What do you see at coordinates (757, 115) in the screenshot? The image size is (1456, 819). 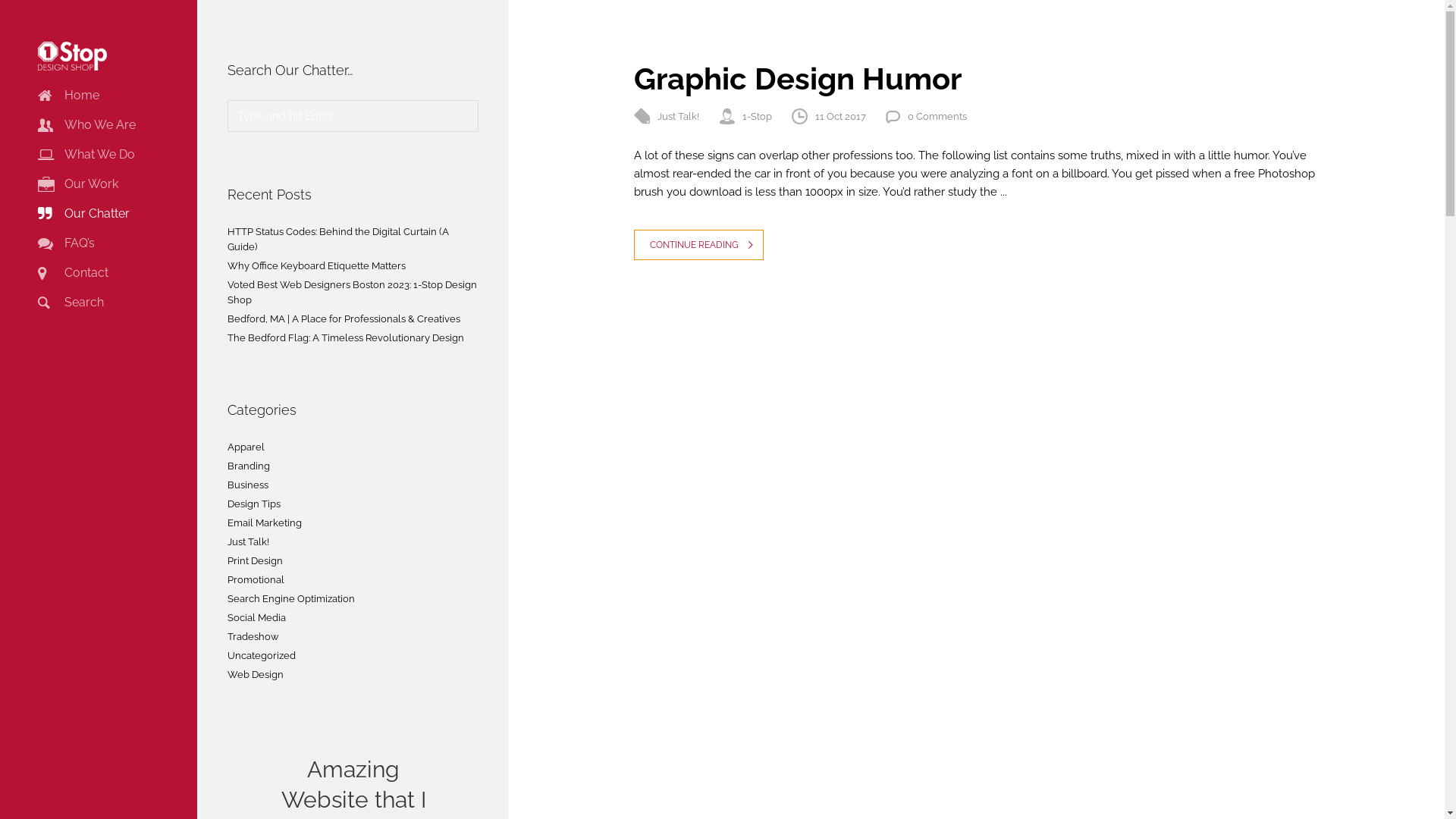 I see `'1-Stop'` at bounding box center [757, 115].